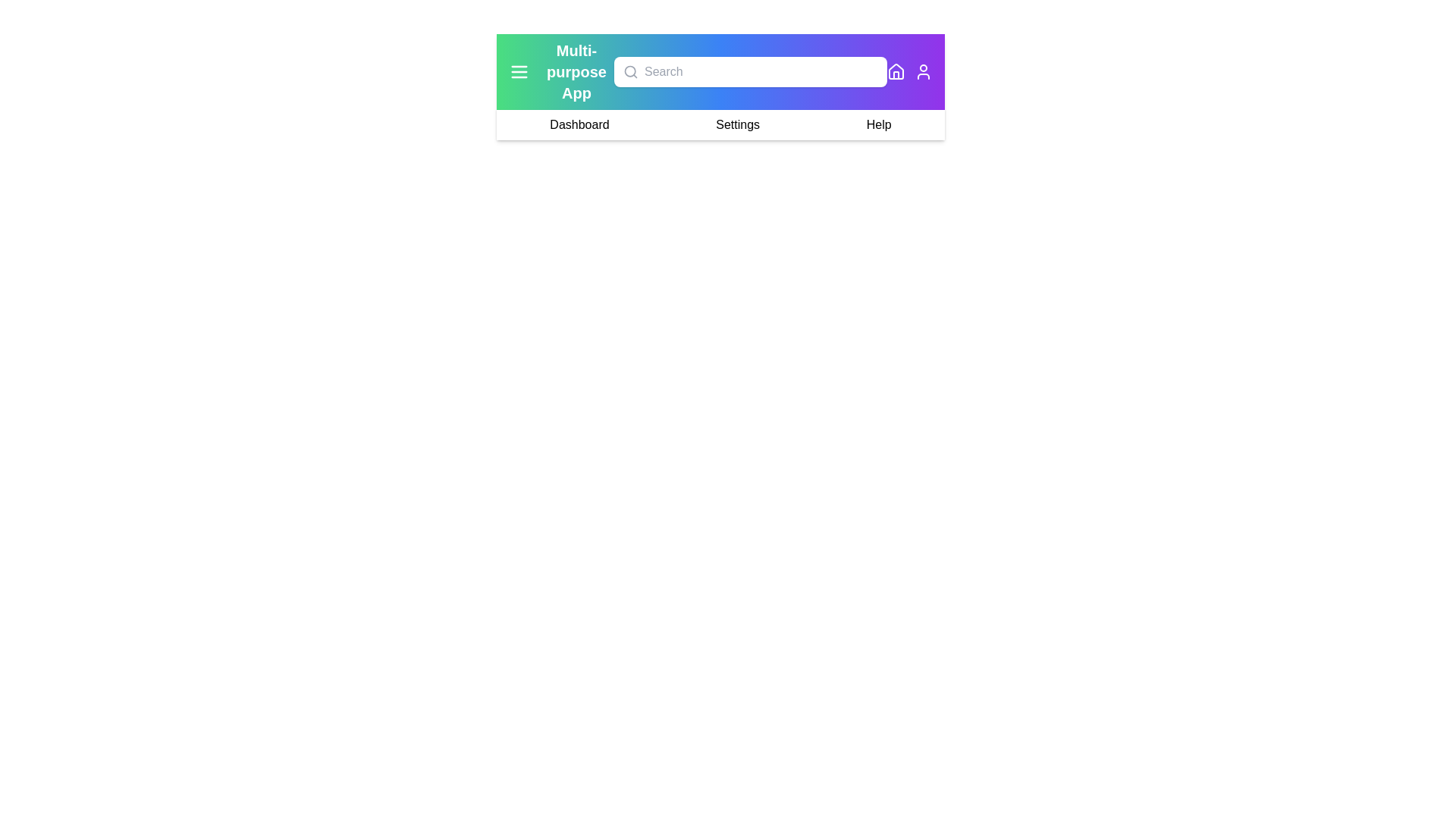  I want to click on the 'Settings' option in the navigation bar, so click(738, 124).